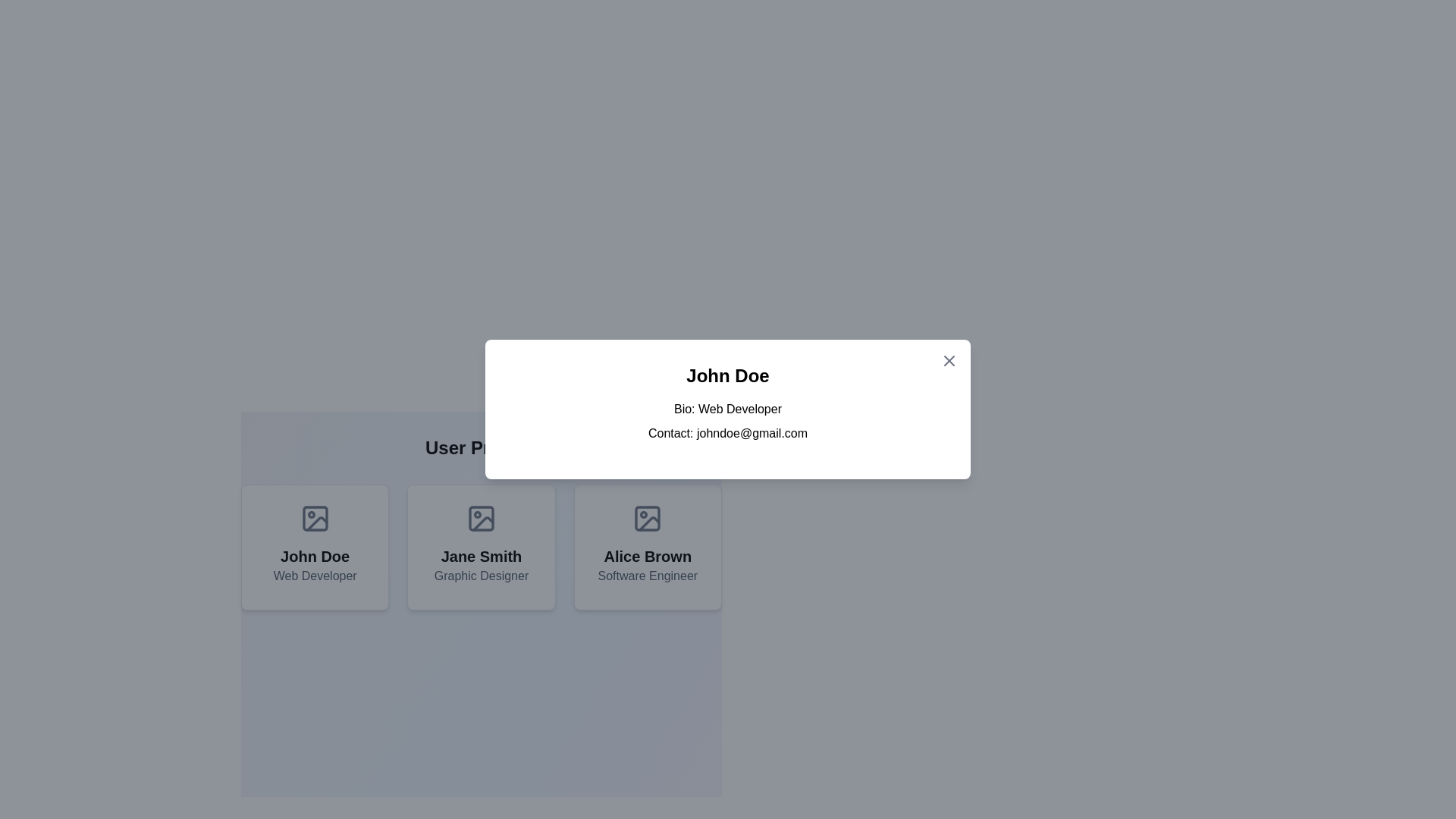 This screenshot has height=819, width=1456. What do you see at coordinates (649, 522) in the screenshot?
I see `the Icon fragment in the SVG graphic located within the last card titled 'Alice Brown - Software Engineer,' which is the third card in a row of user profiles at the bottom of the interface` at bounding box center [649, 522].